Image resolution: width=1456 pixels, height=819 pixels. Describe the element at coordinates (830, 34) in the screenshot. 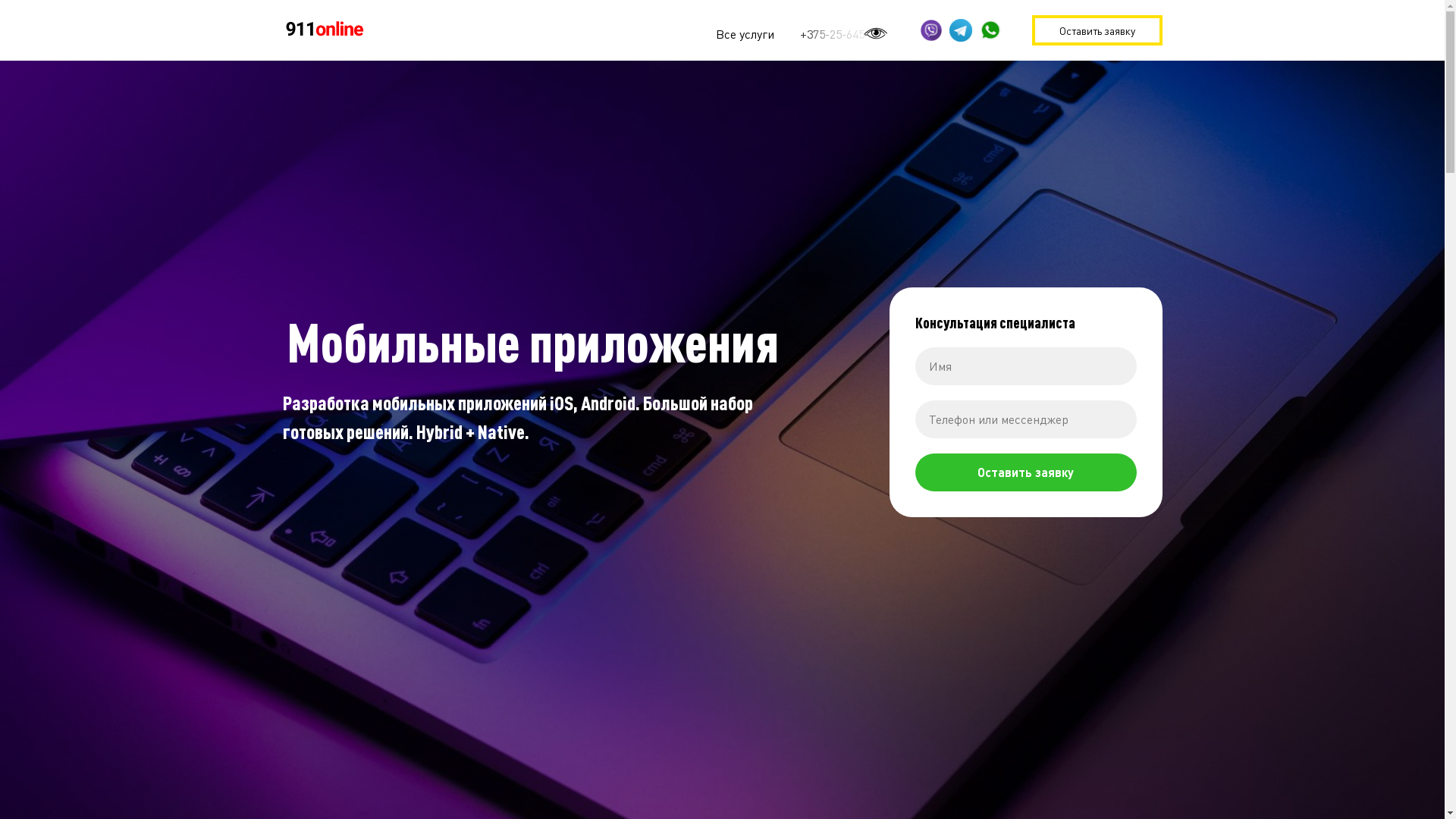

I see `'+375-25-645'` at that location.